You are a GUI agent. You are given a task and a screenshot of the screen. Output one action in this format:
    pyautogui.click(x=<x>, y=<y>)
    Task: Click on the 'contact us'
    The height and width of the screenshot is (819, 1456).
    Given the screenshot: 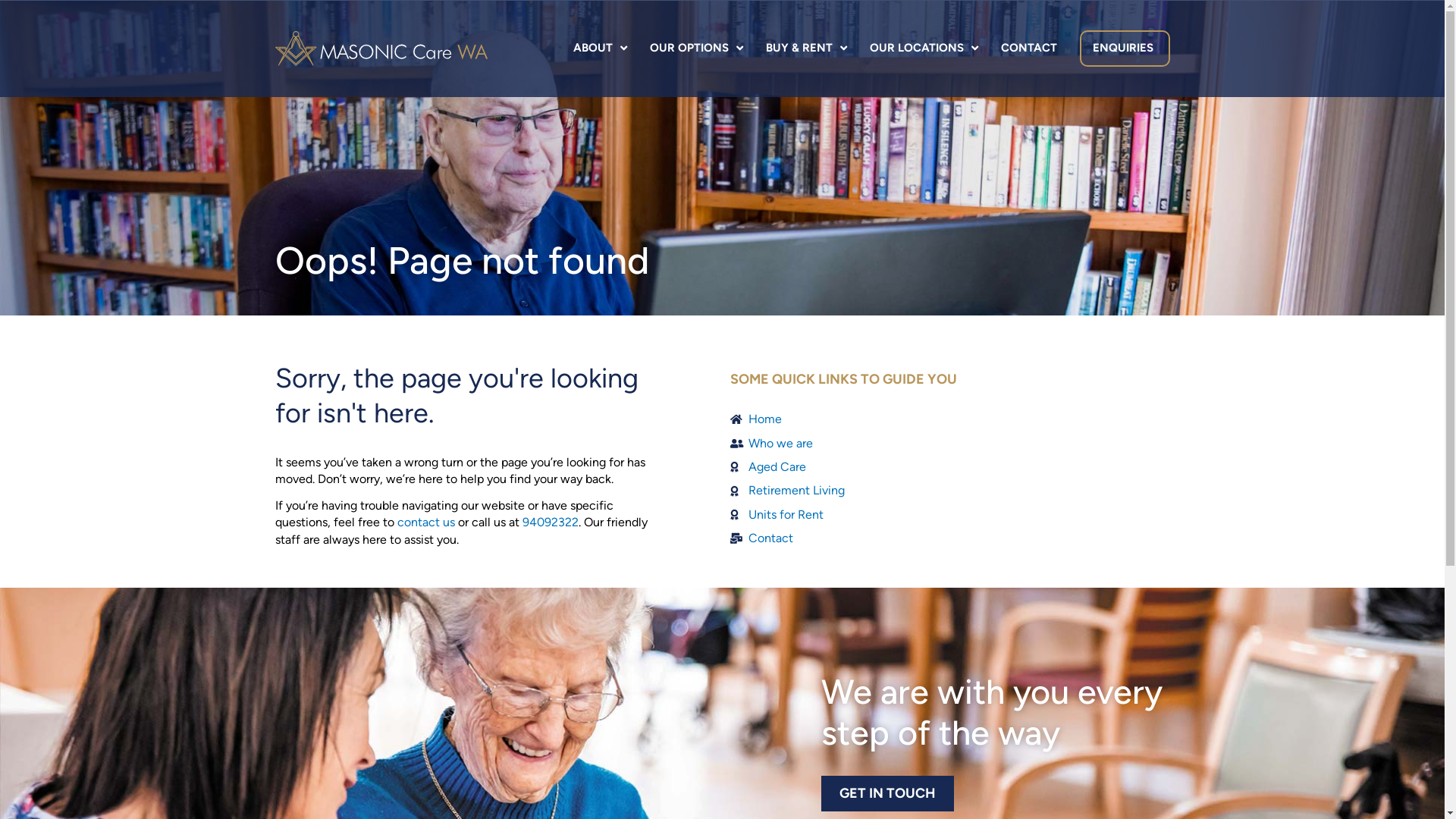 What is the action you would take?
    pyautogui.click(x=425, y=521)
    